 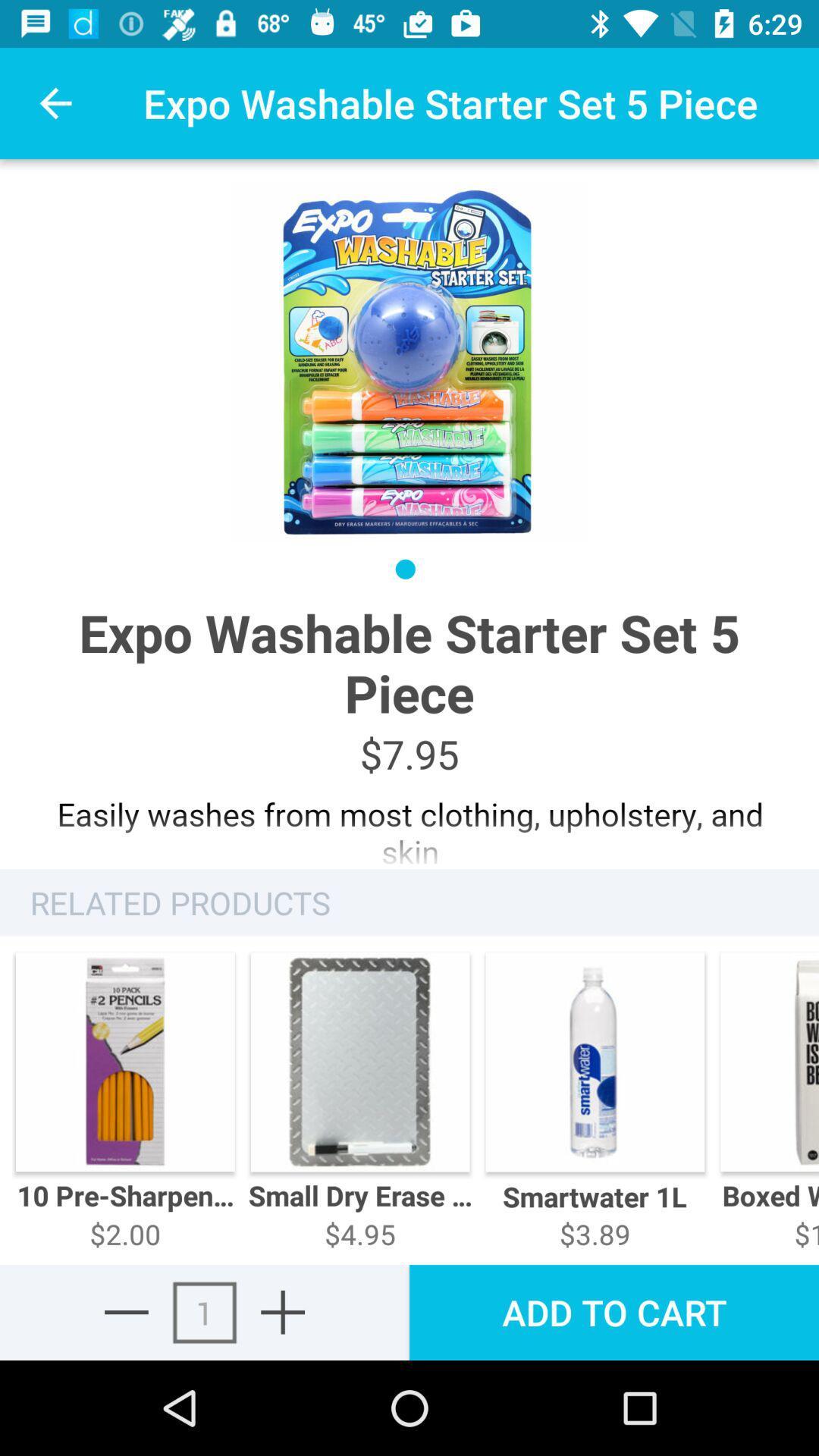 What do you see at coordinates (409, 824) in the screenshot?
I see `advertisement link` at bounding box center [409, 824].